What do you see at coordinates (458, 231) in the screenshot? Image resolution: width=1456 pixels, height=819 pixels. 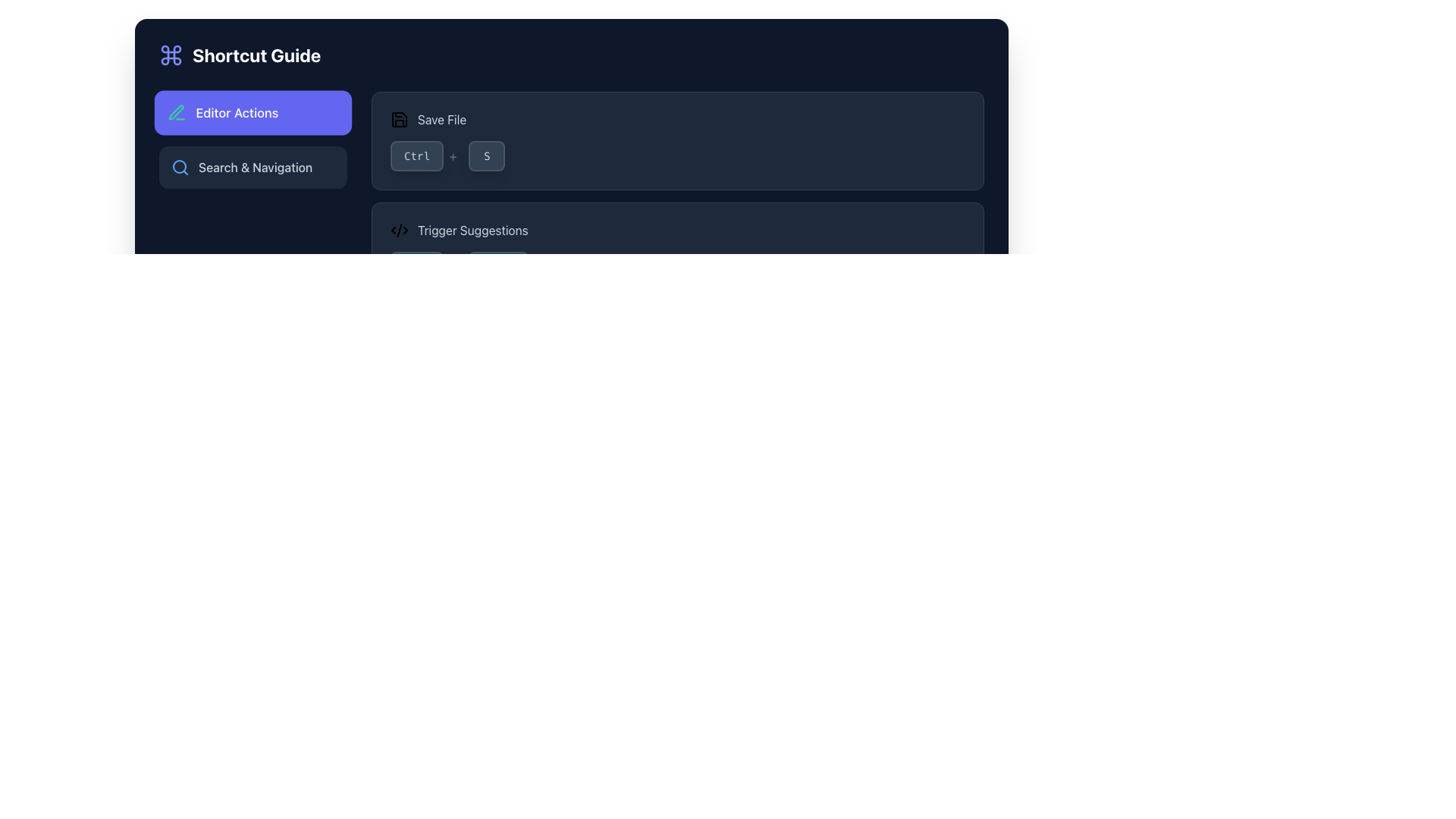 I see `the Label with an icon depicting a code-related symbol and the text 'Trigger Suggestions', located under the 'Shortcut Guide' header on the right side of the dark interface` at bounding box center [458, 231].